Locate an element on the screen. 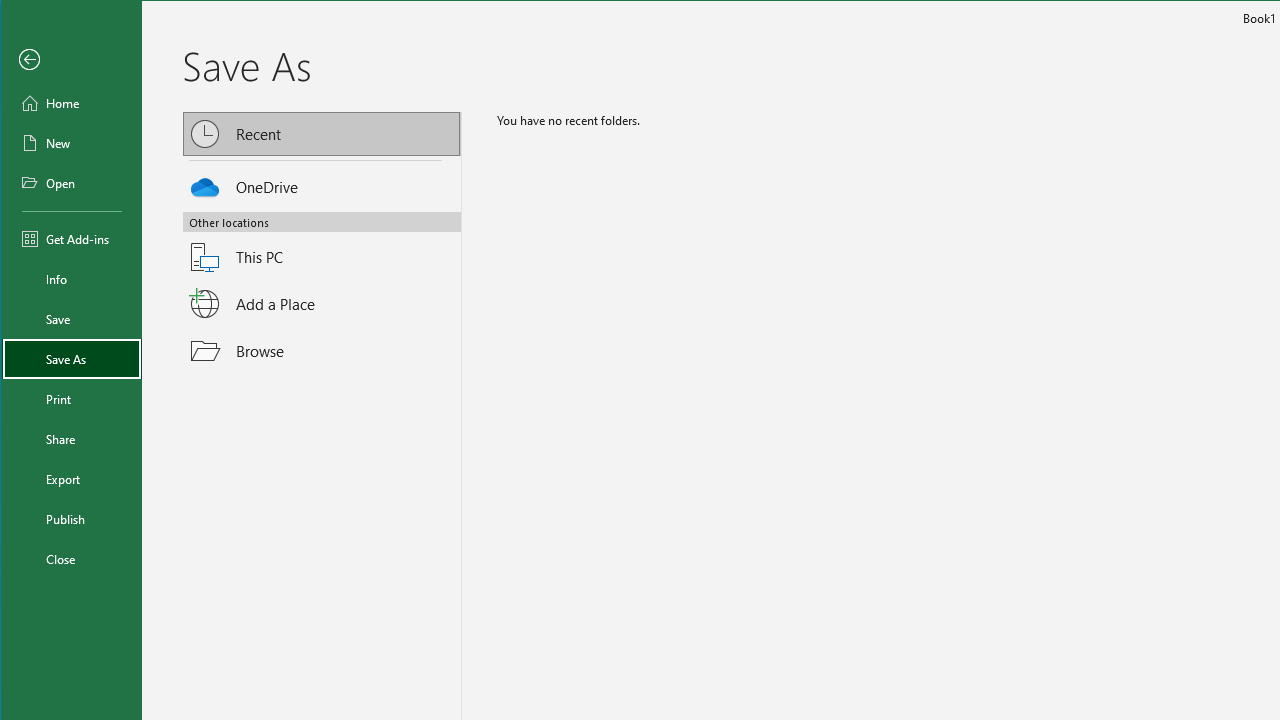 This screenshot has width=1280, height=720. 'Home' is located at coordinates (72, 102).